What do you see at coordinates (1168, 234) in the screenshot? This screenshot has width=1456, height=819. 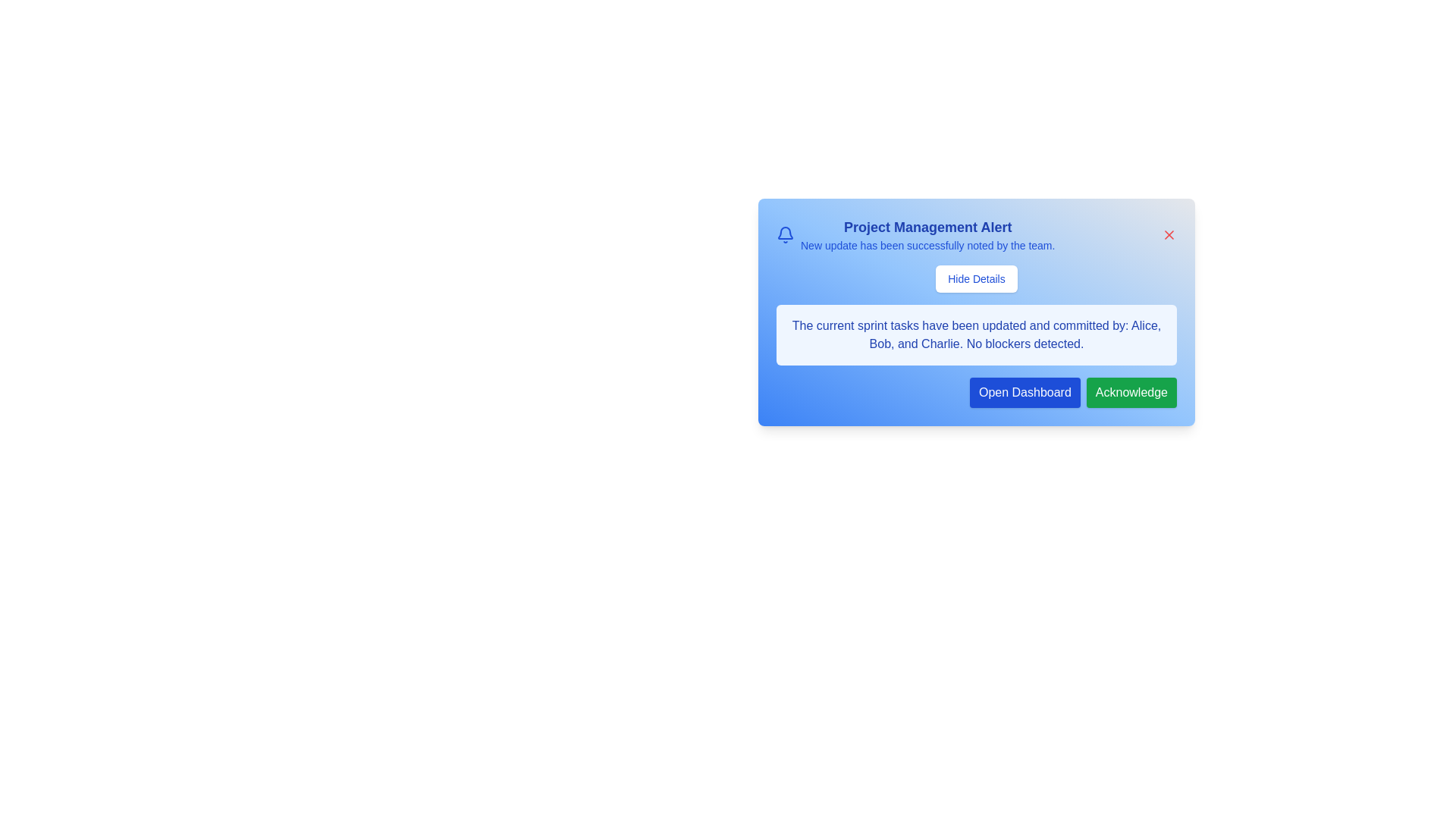 I see `the close button to dismiss the alert` at bounding box center [1168, 234].